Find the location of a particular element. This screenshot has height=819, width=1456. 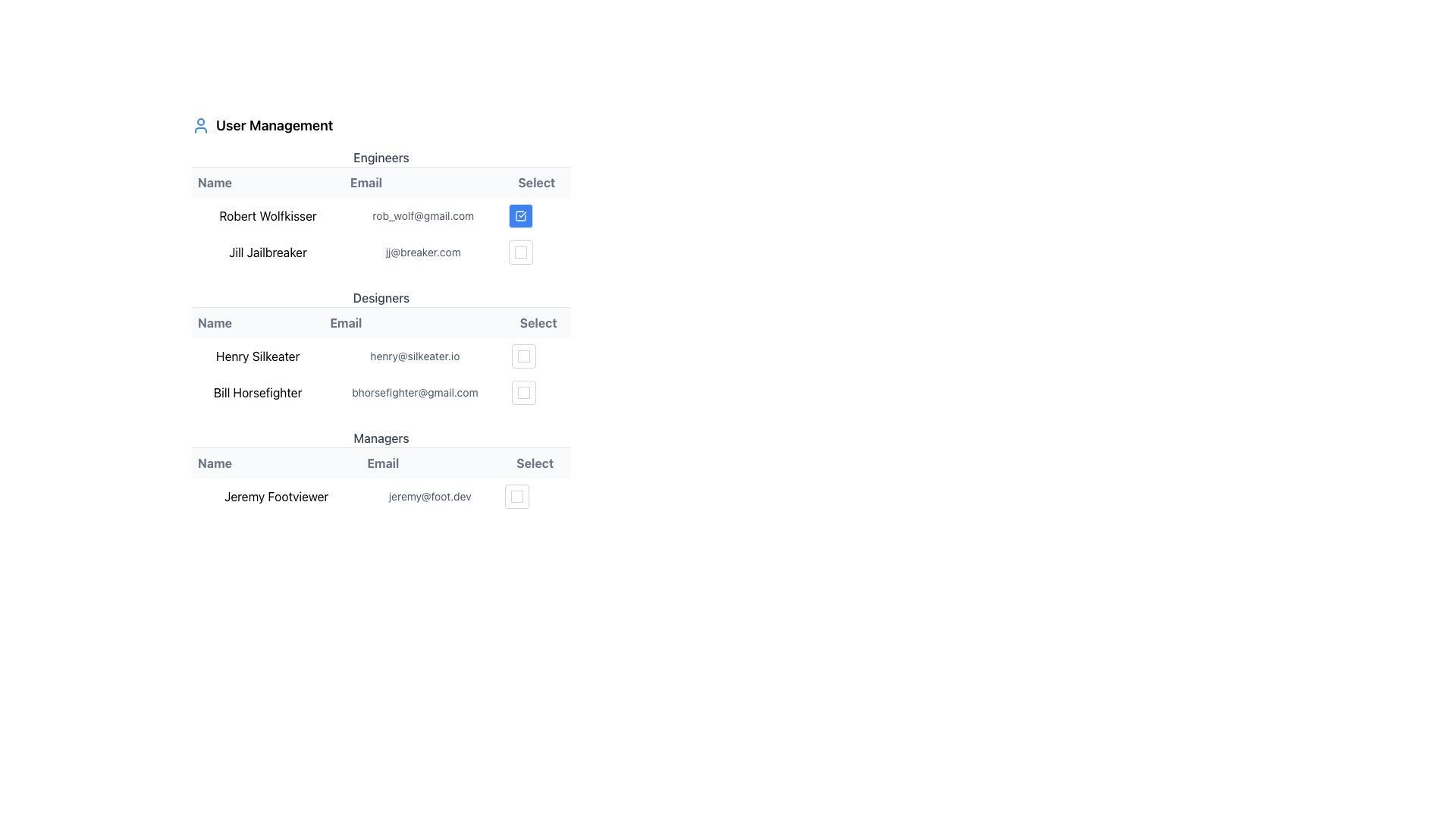

the text label displaying 'Engineers' which is located at the top of the section titled 'Engineers' and is horizontally centered above a table is located at coordinates (381, 158).